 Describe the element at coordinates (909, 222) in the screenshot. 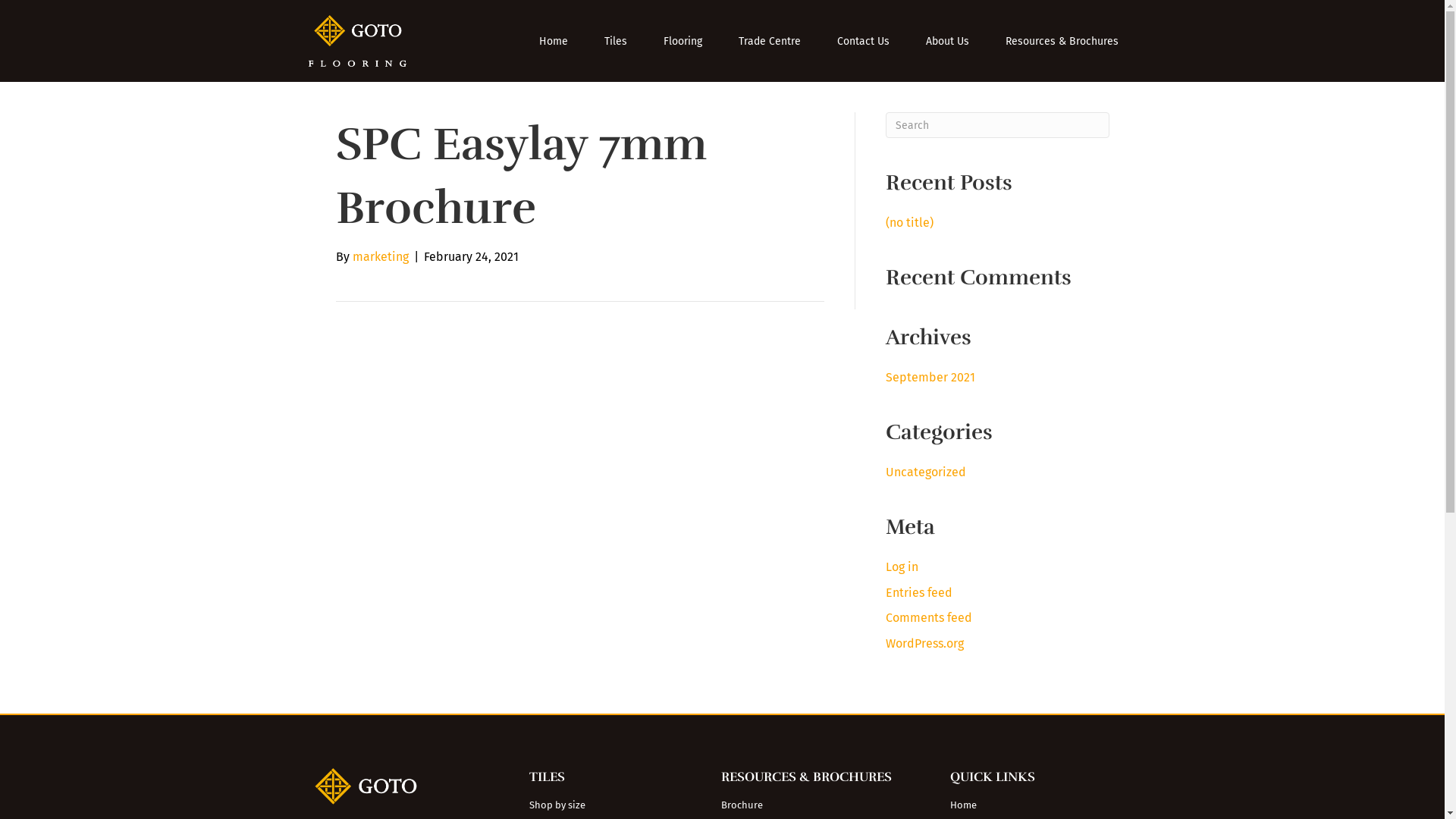

I see `'(no title)'` at that location.